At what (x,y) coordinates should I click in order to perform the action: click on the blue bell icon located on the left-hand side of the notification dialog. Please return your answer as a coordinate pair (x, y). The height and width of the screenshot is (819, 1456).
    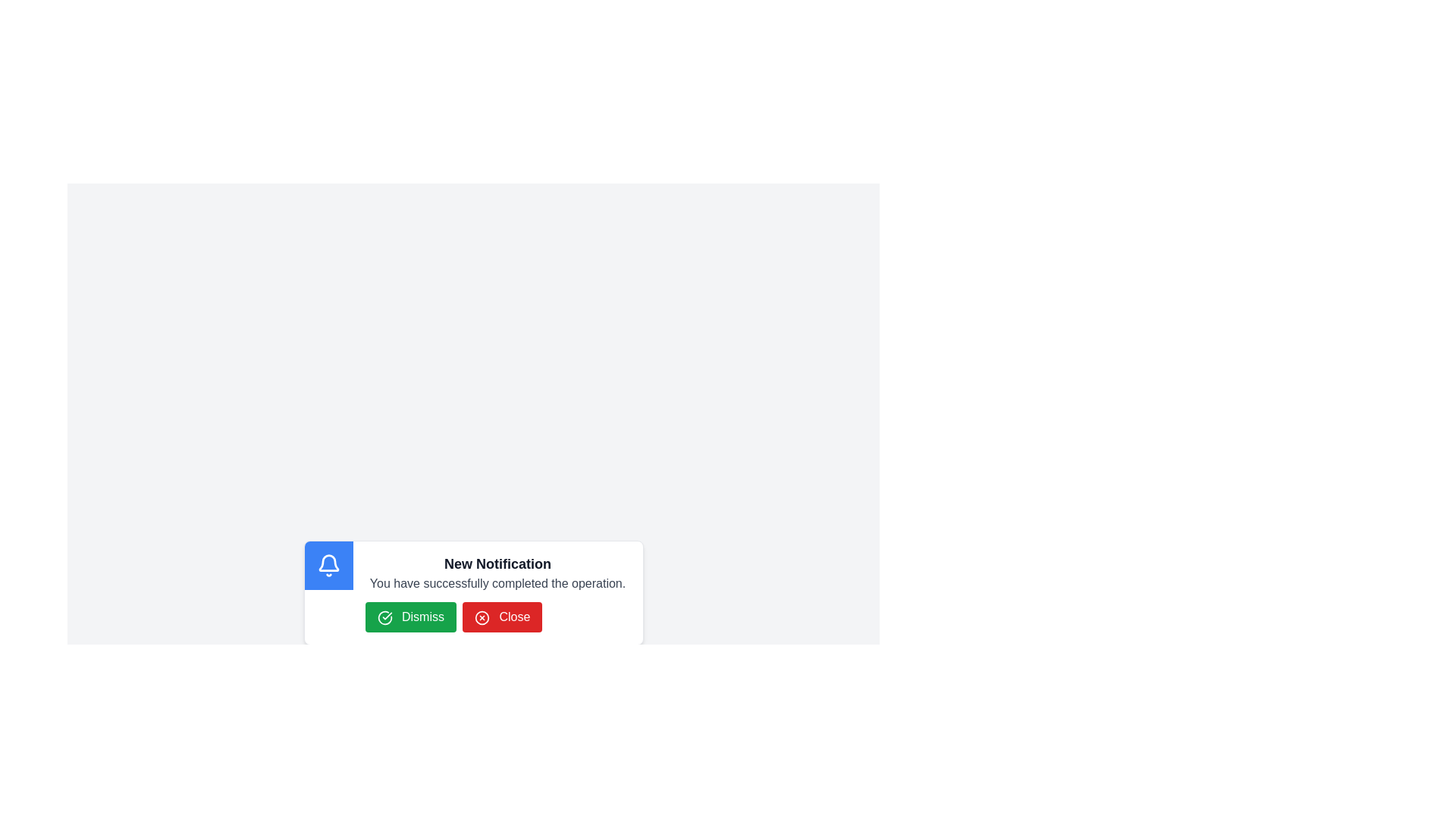
    Looking at the image, I should click on (328, 565).